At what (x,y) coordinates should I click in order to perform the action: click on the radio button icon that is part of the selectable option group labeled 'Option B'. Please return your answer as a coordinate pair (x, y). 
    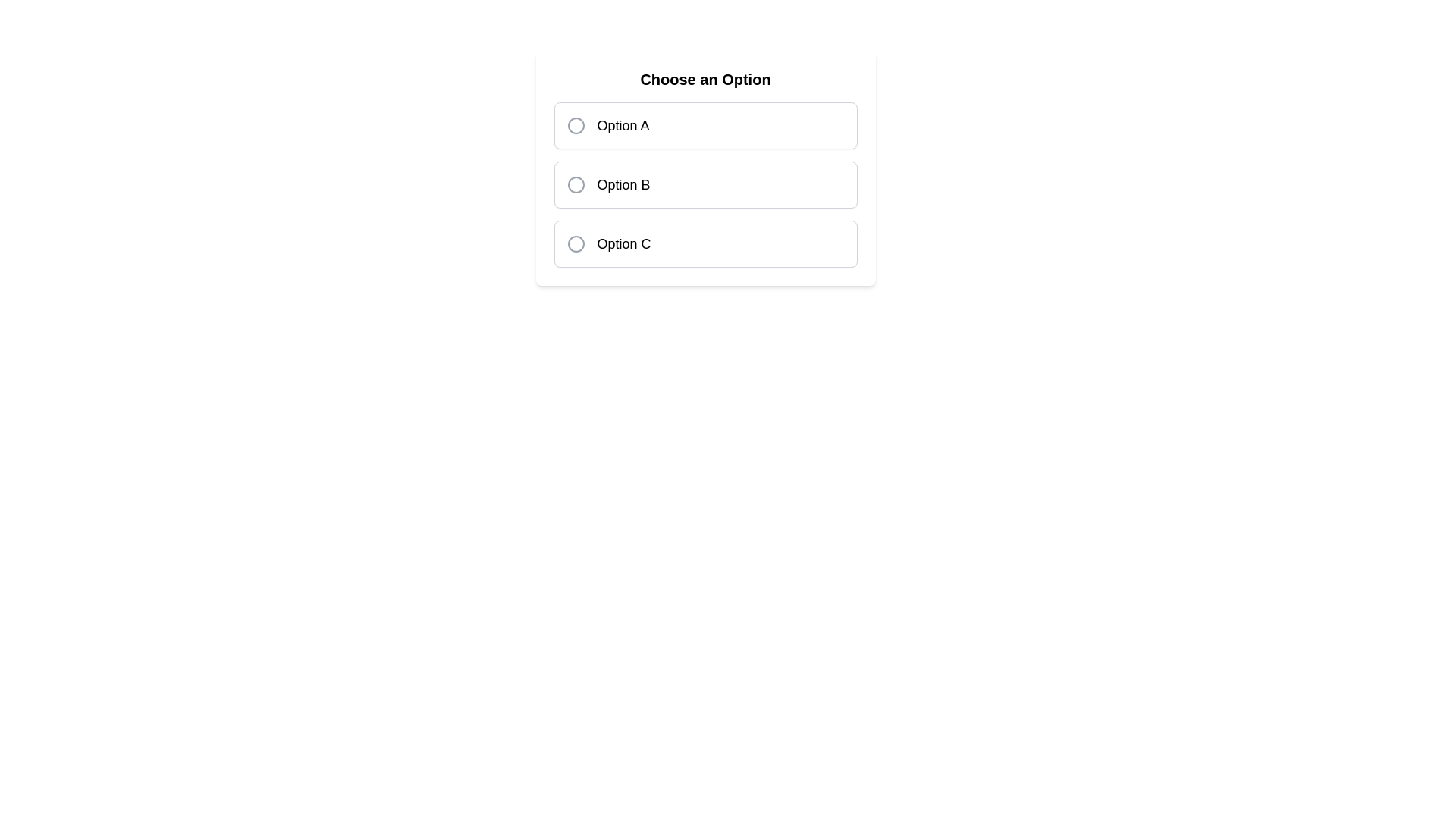
    Looking at the image, I should click on (575, 184).